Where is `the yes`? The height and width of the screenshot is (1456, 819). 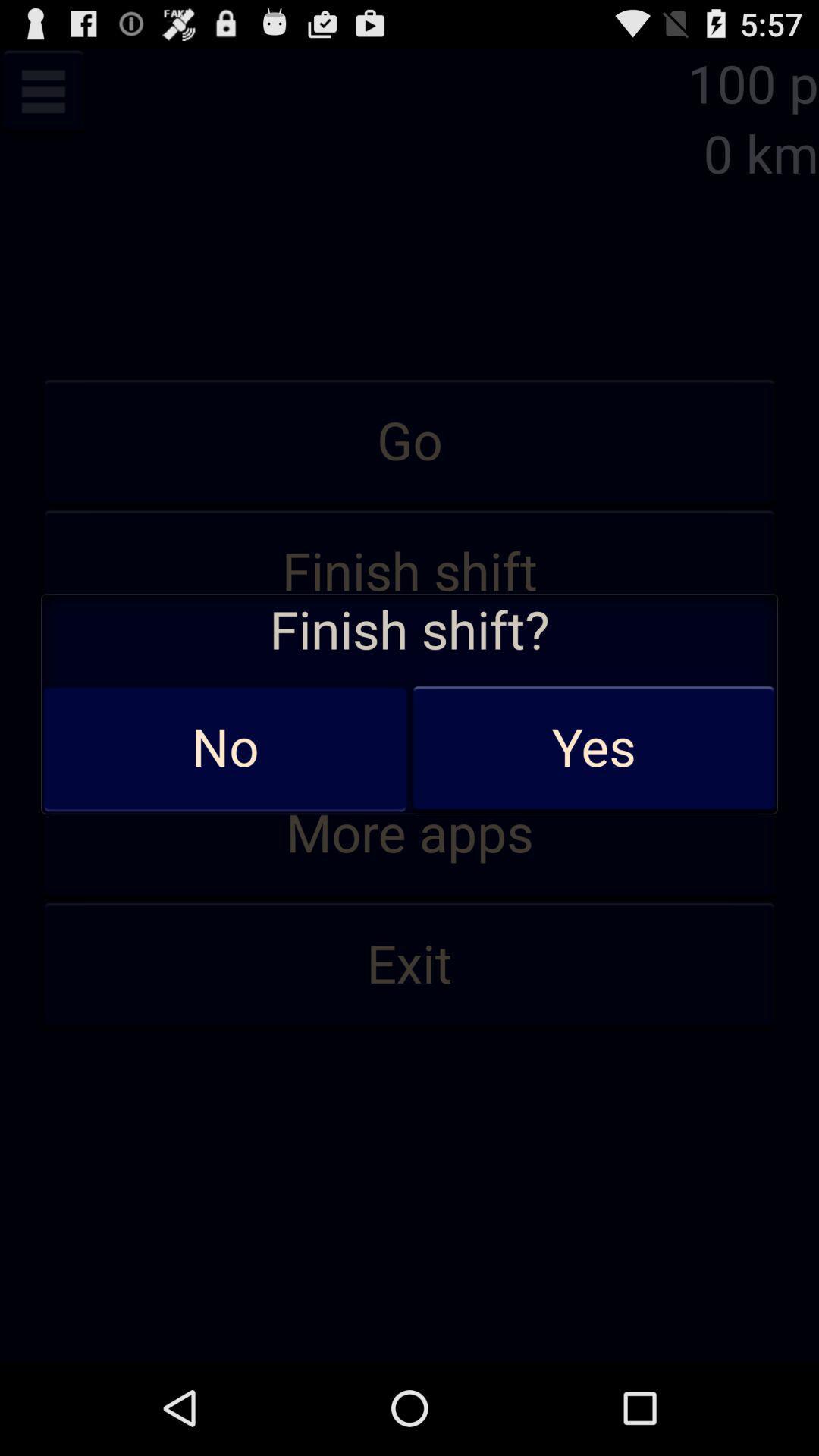 the yes is located at coordinates (593, 748).